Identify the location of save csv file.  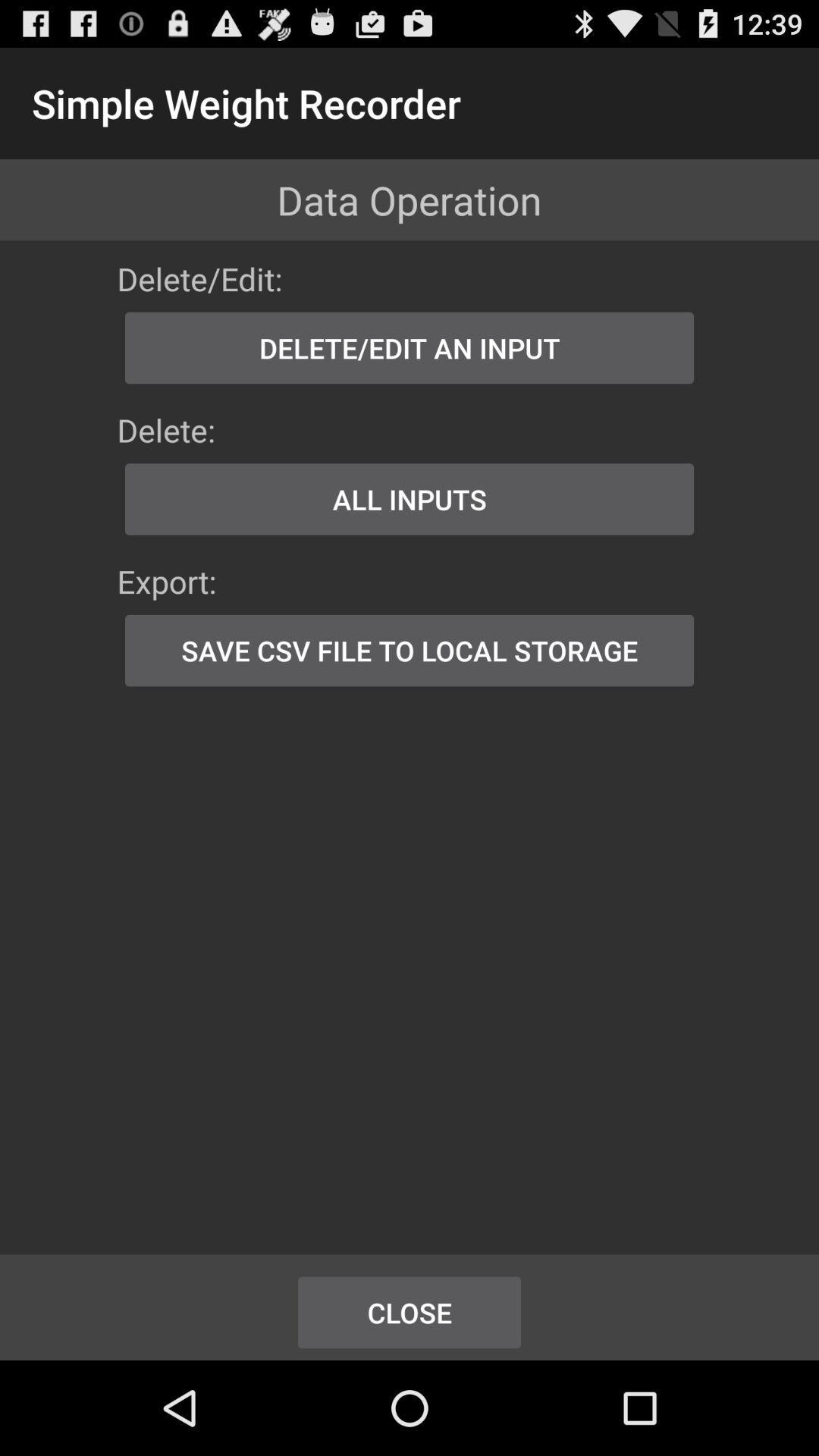
(409, 651).